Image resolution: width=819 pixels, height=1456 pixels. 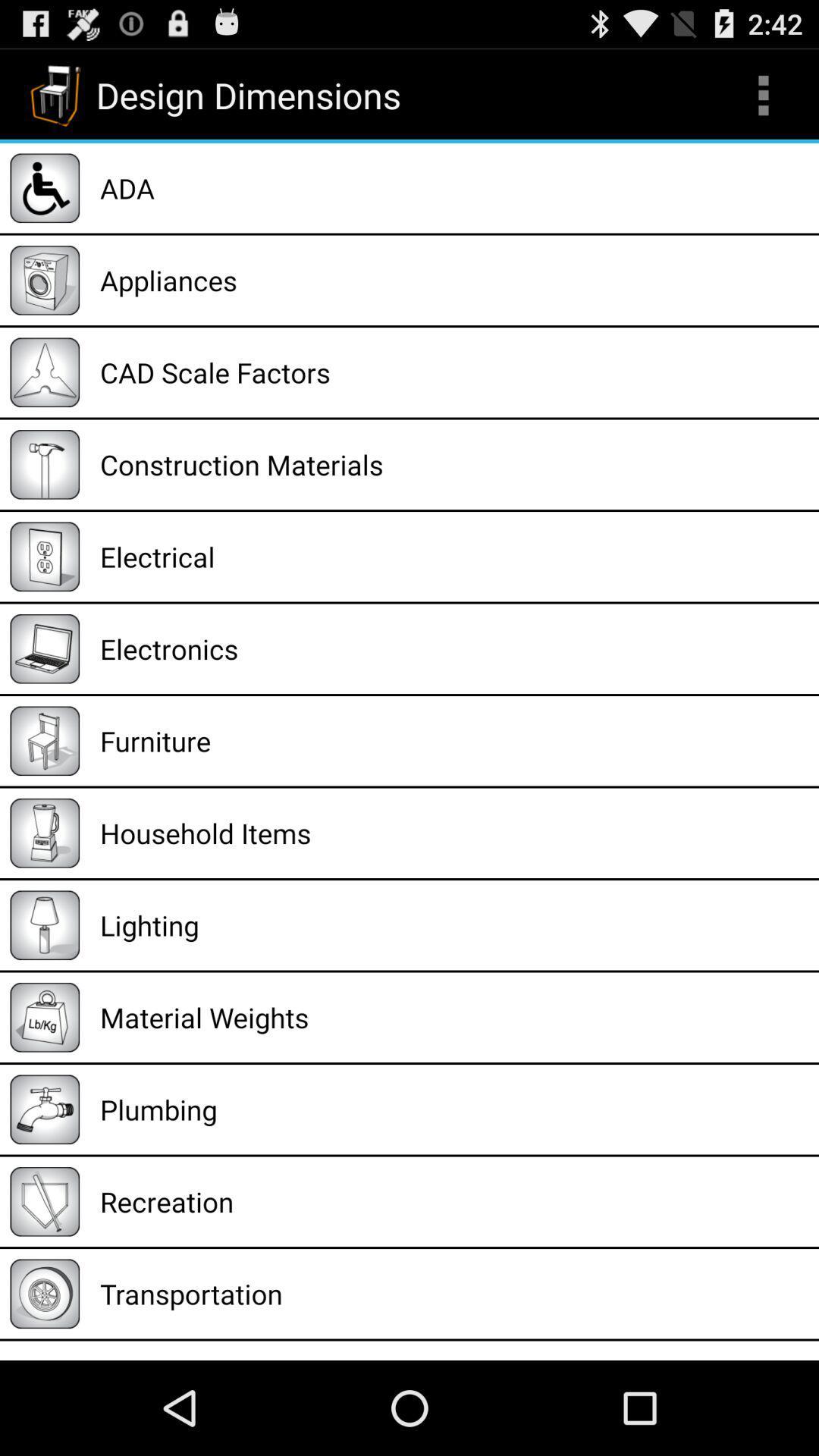 What do you see at coordinates (453, 556) in the screenshot?
I see `electrical app` at bounding box center [453, 556].